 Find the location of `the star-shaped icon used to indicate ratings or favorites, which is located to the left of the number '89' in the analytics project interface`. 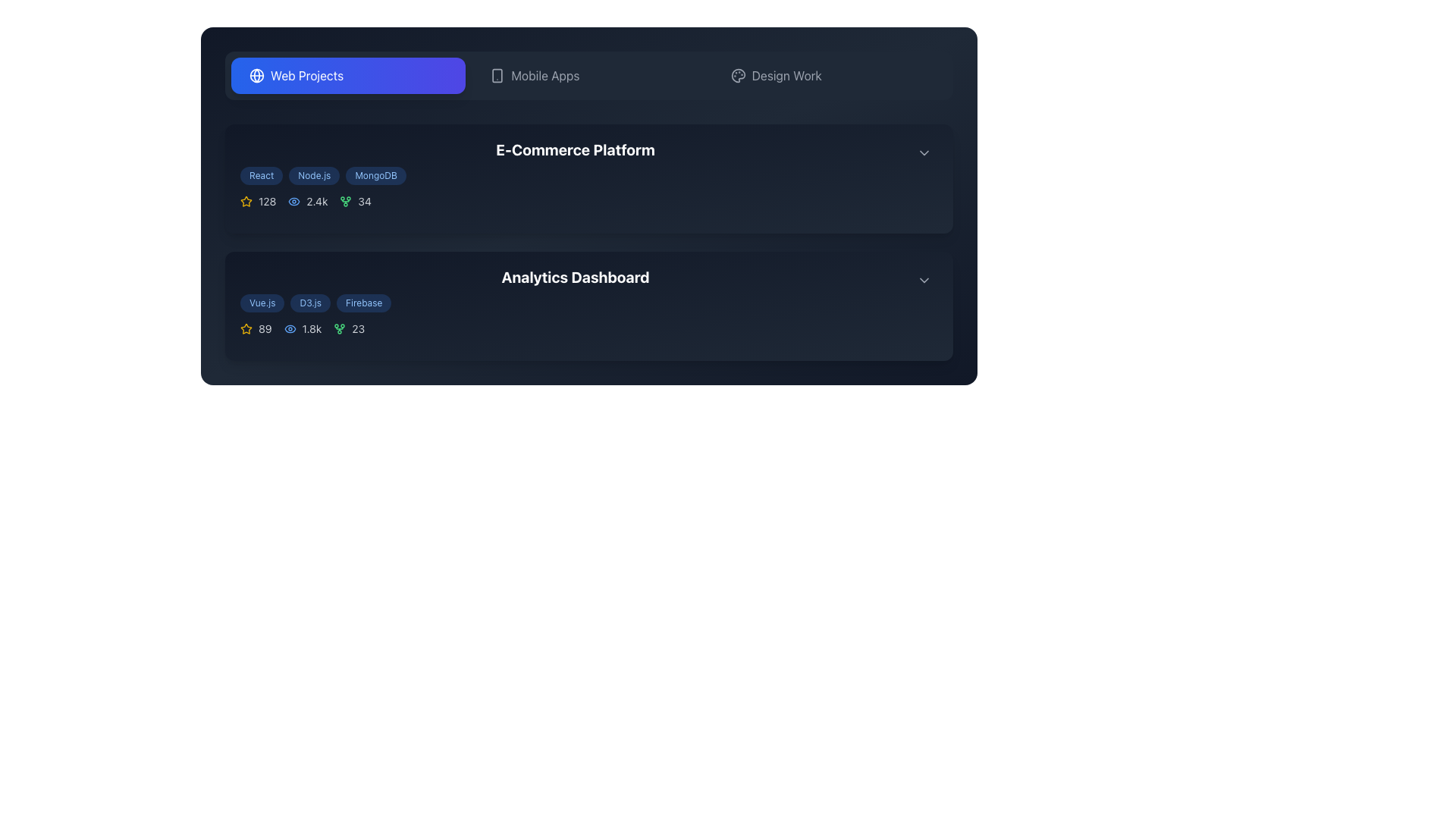

the star-shaped icon used to indicate ratings or favorites, which is located to the left of the number '89' in the analytics project interface is located at coordinates (246, 328).